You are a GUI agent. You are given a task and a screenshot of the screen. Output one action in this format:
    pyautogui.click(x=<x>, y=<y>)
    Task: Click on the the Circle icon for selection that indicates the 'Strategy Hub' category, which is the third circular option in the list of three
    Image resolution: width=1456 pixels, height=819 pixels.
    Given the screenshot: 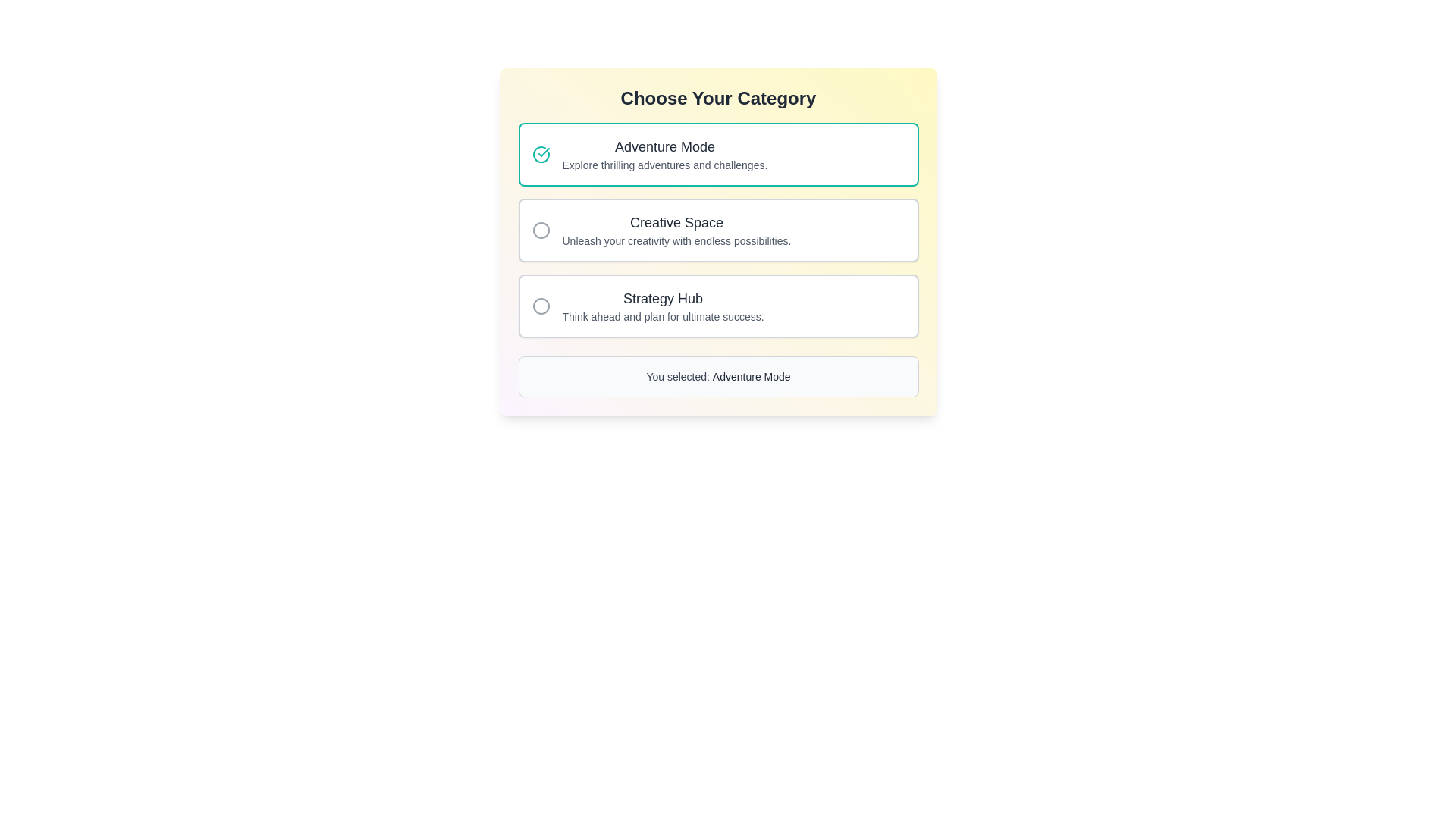 What is the action you would take?
    pyautogui.click(x=541, y=306)
    